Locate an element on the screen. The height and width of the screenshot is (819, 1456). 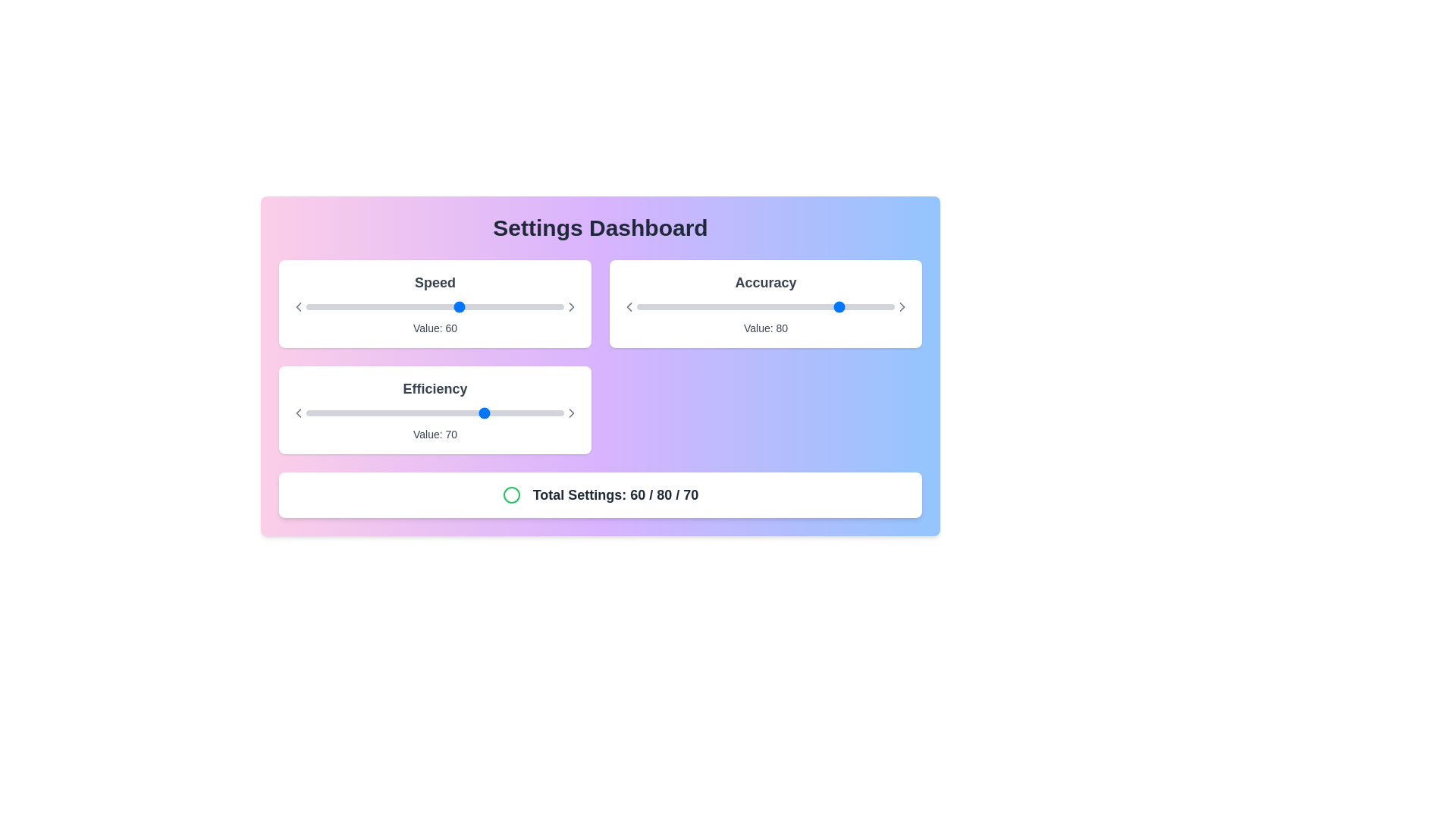
efficiency is located at coordinates (425, 413).